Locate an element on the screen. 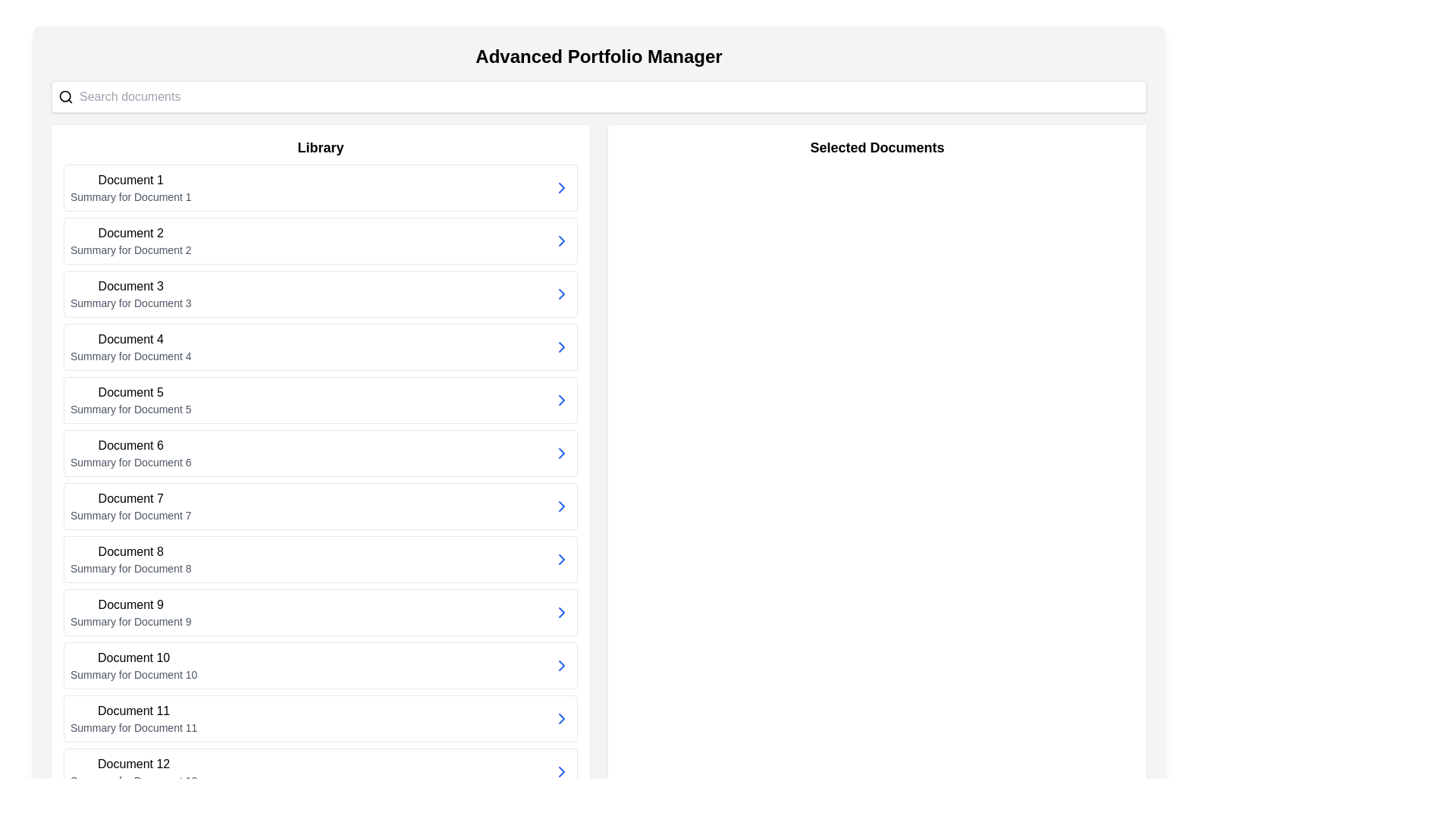 The width and height of the screenshot is (1456, 819). the chevron icon located on the far-right side of the row labeled 'Document 11 Summary for Document 11' is located at coordinates (560, 718).